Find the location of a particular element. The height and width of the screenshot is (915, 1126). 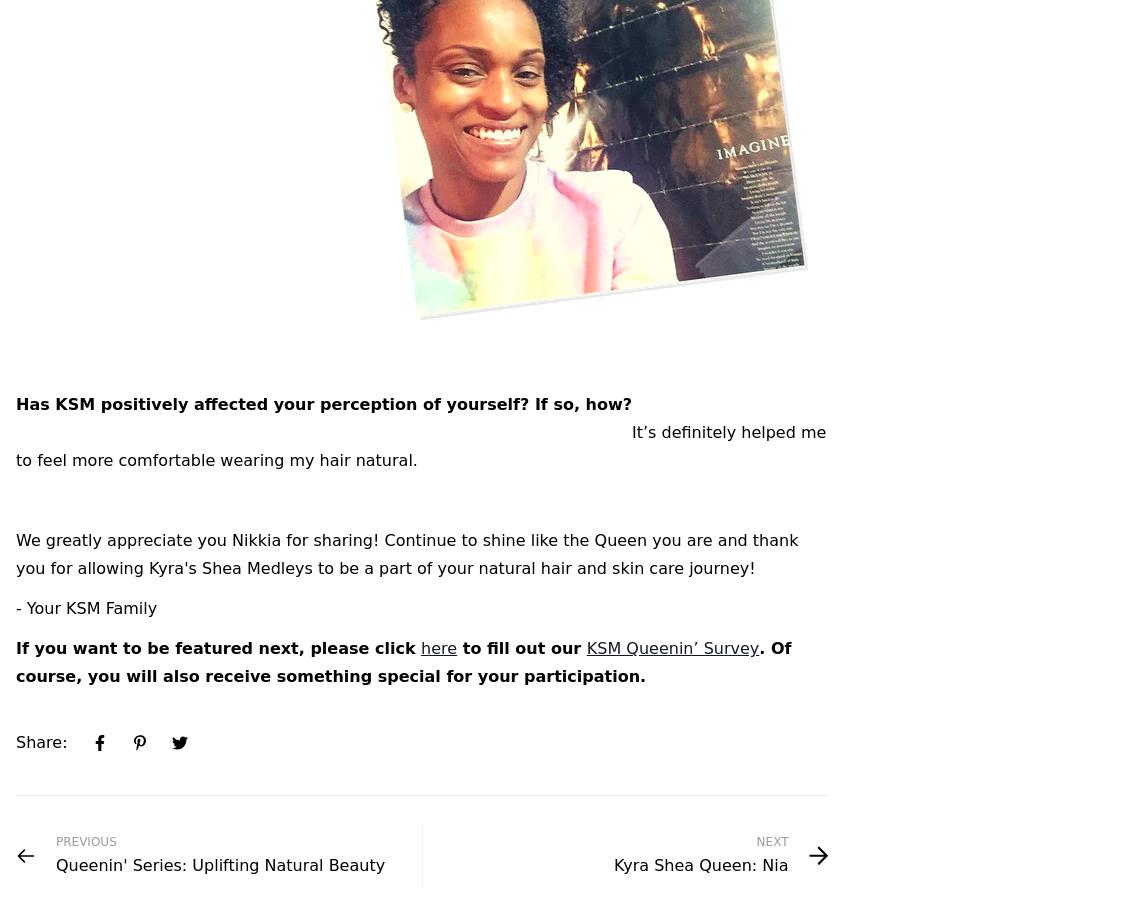

'If you want to be featured next, please click' is located at coordinates (217, 648).